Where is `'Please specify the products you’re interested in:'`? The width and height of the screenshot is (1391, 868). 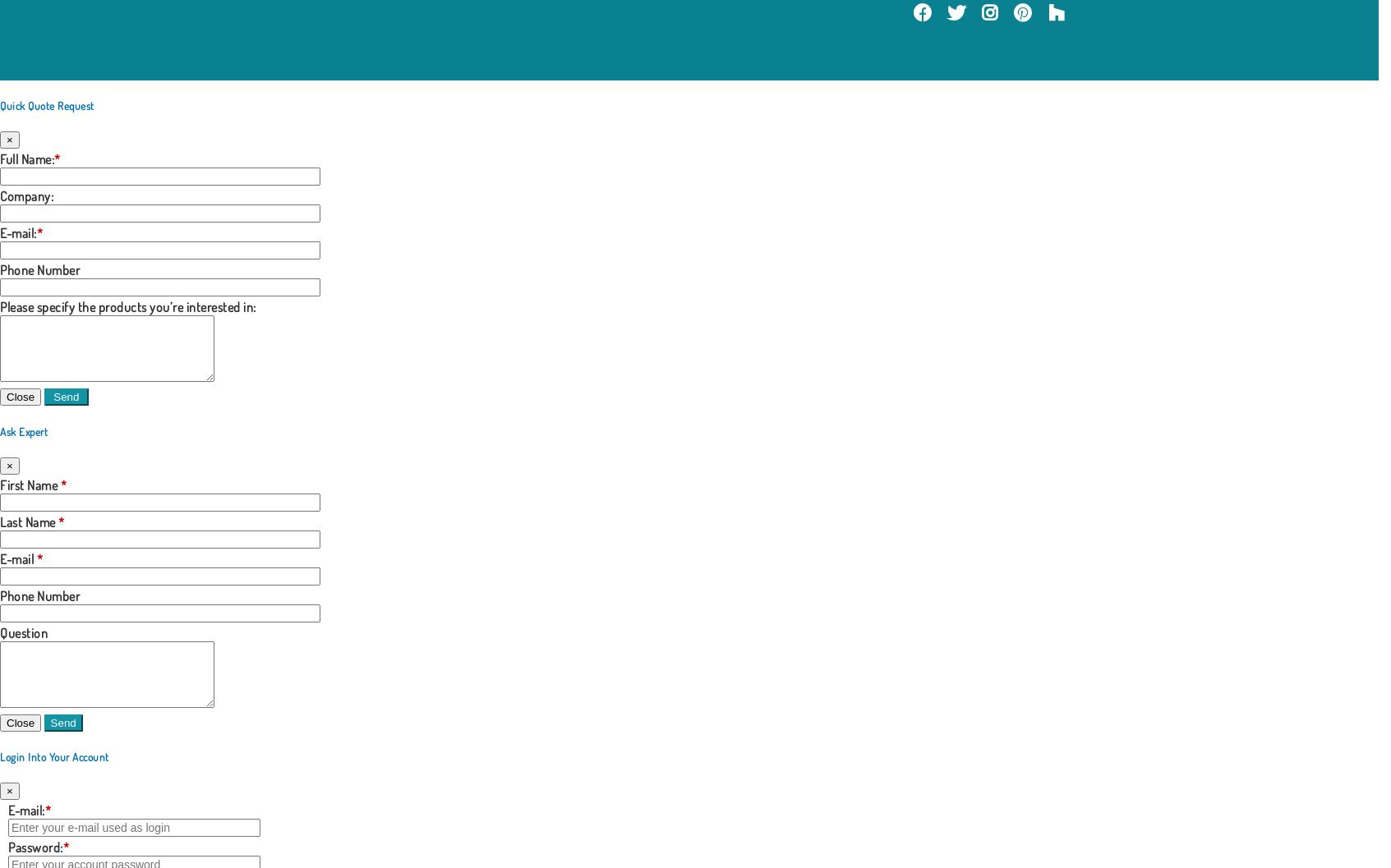 'Please specify the products you’re interested in:' is located at coordinates (0, 306).